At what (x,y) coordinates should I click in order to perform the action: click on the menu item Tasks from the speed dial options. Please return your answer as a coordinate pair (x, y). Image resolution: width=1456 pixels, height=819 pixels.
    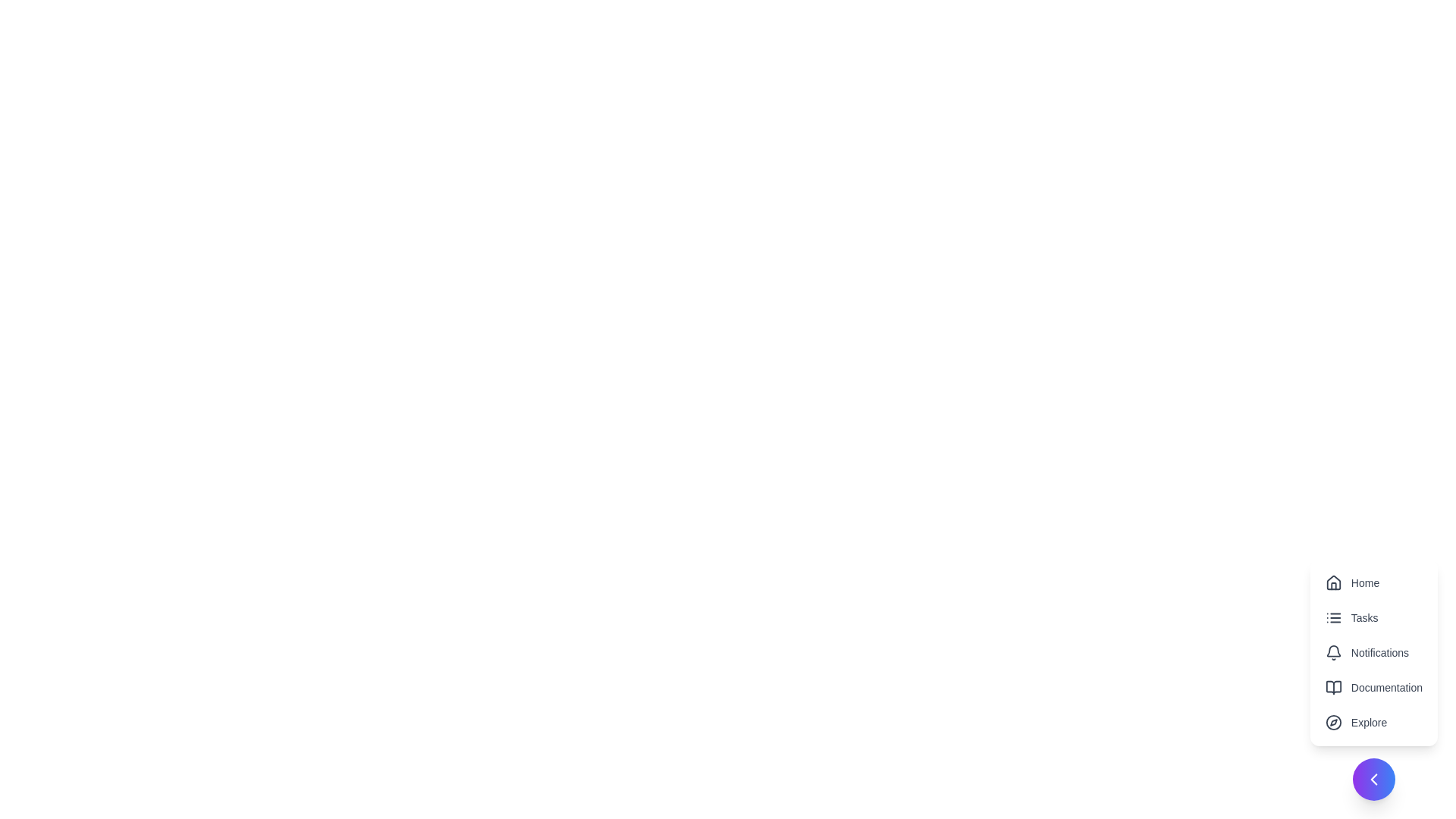
    Looking at the image, I should click on (1373, 617).